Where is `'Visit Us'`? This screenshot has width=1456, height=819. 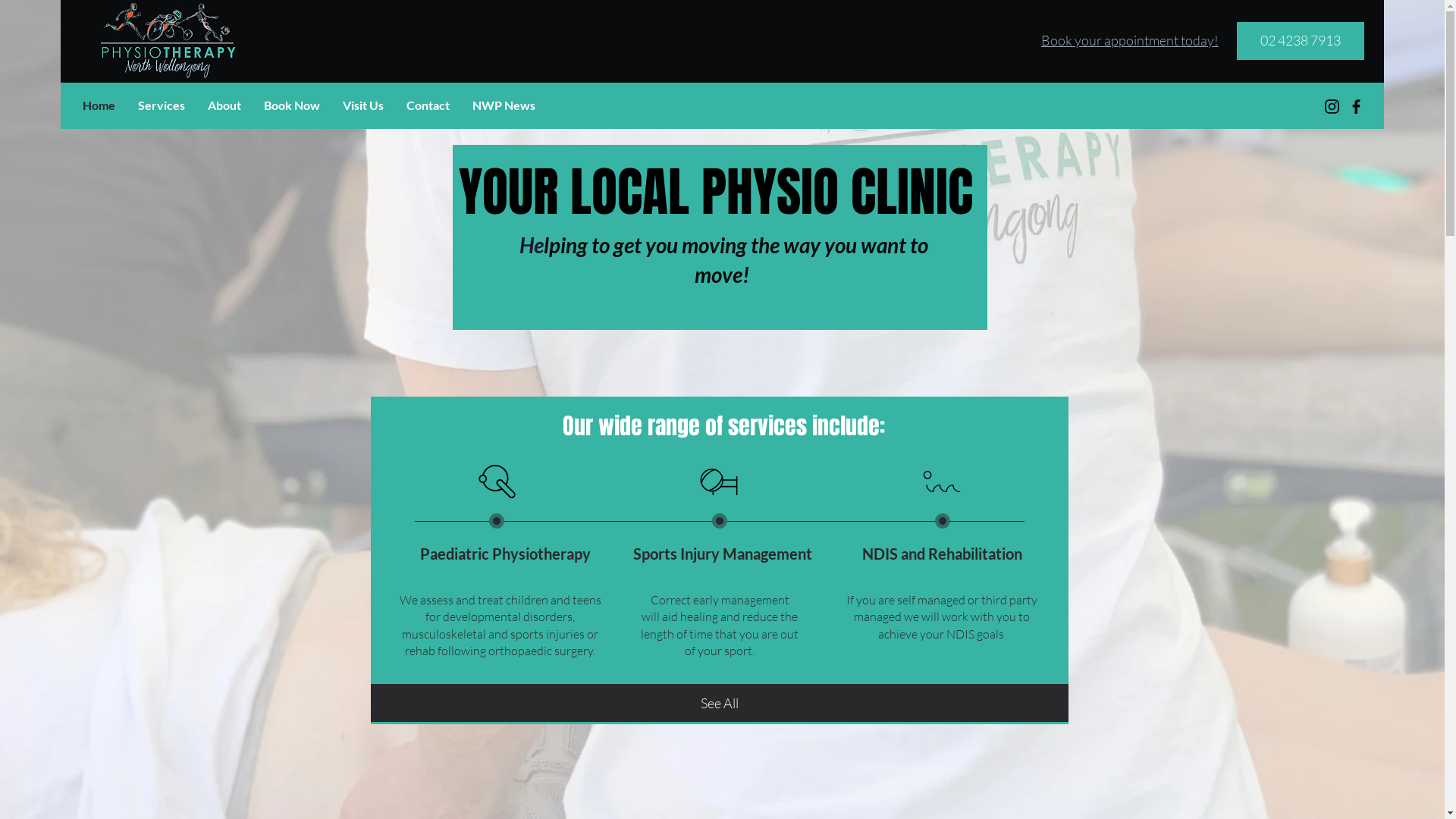
'Visit Us' is located at coordinates (362, 104).